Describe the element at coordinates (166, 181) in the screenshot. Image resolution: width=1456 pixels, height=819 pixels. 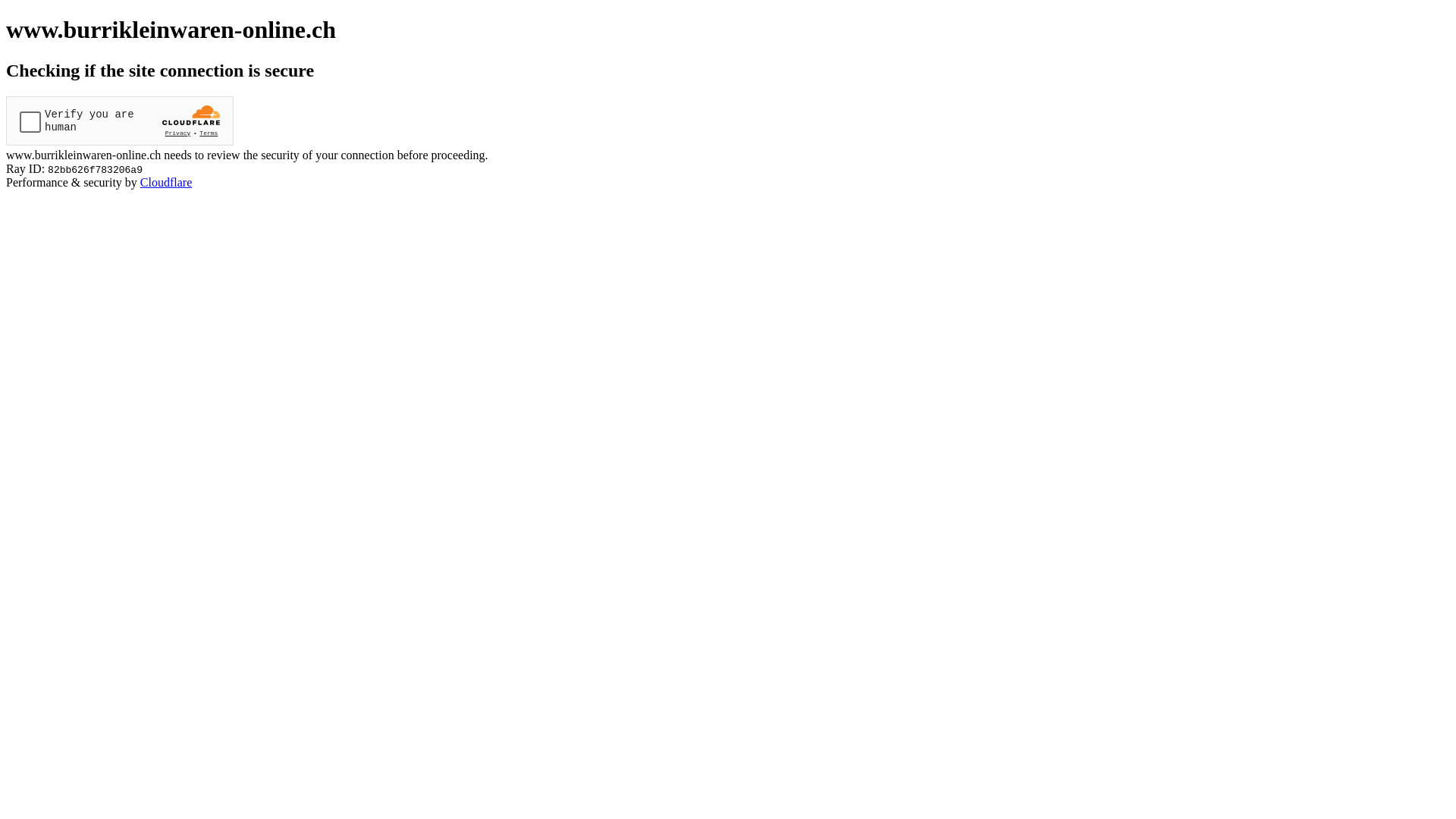
I see `'Cloudflare'` at that location.